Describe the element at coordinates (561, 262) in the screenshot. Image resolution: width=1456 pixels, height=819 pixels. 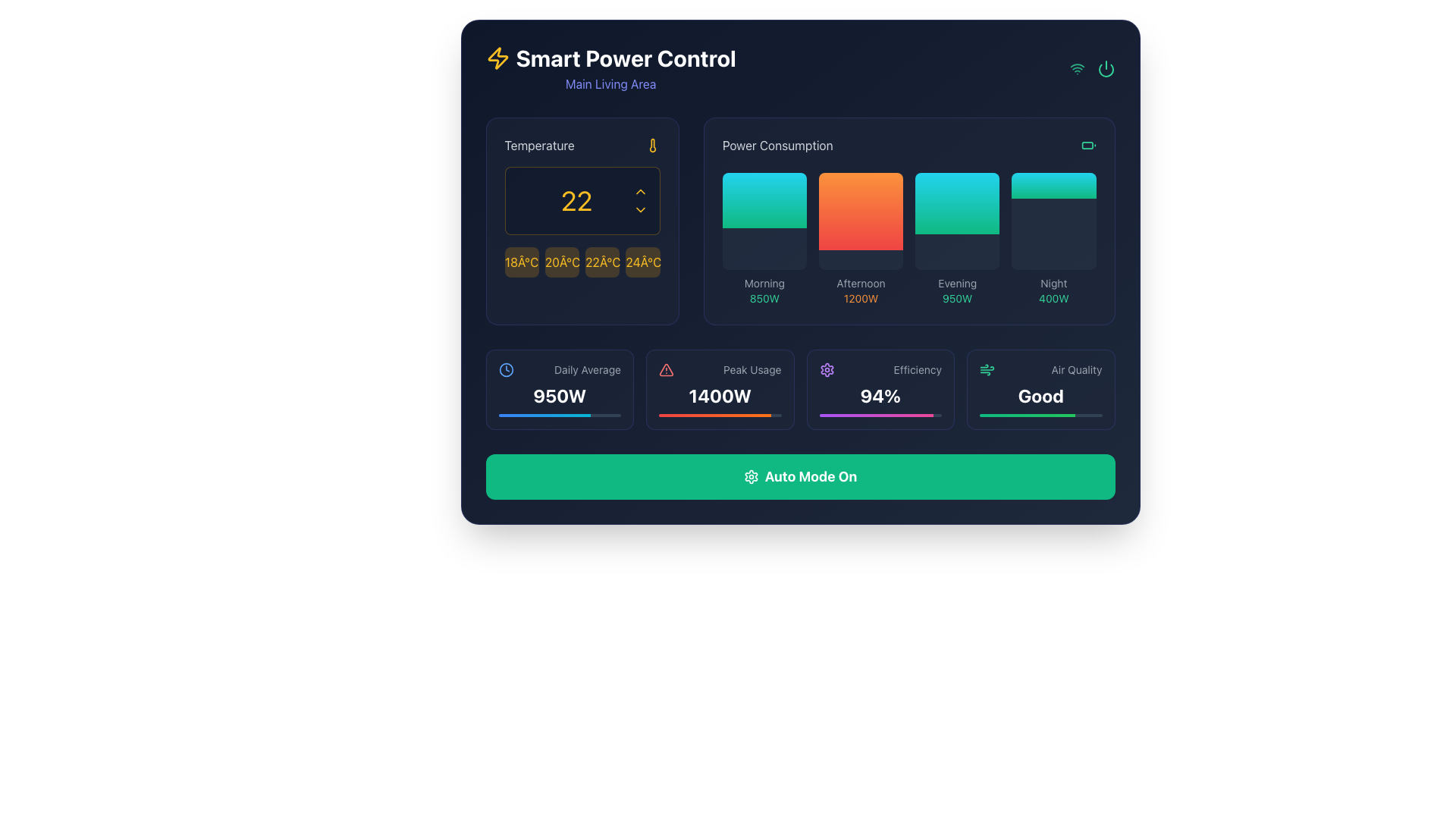
I see `the button displaying '20°C' in amber color, which is the second button in the horizontal grid layout of temperature options` at that location.